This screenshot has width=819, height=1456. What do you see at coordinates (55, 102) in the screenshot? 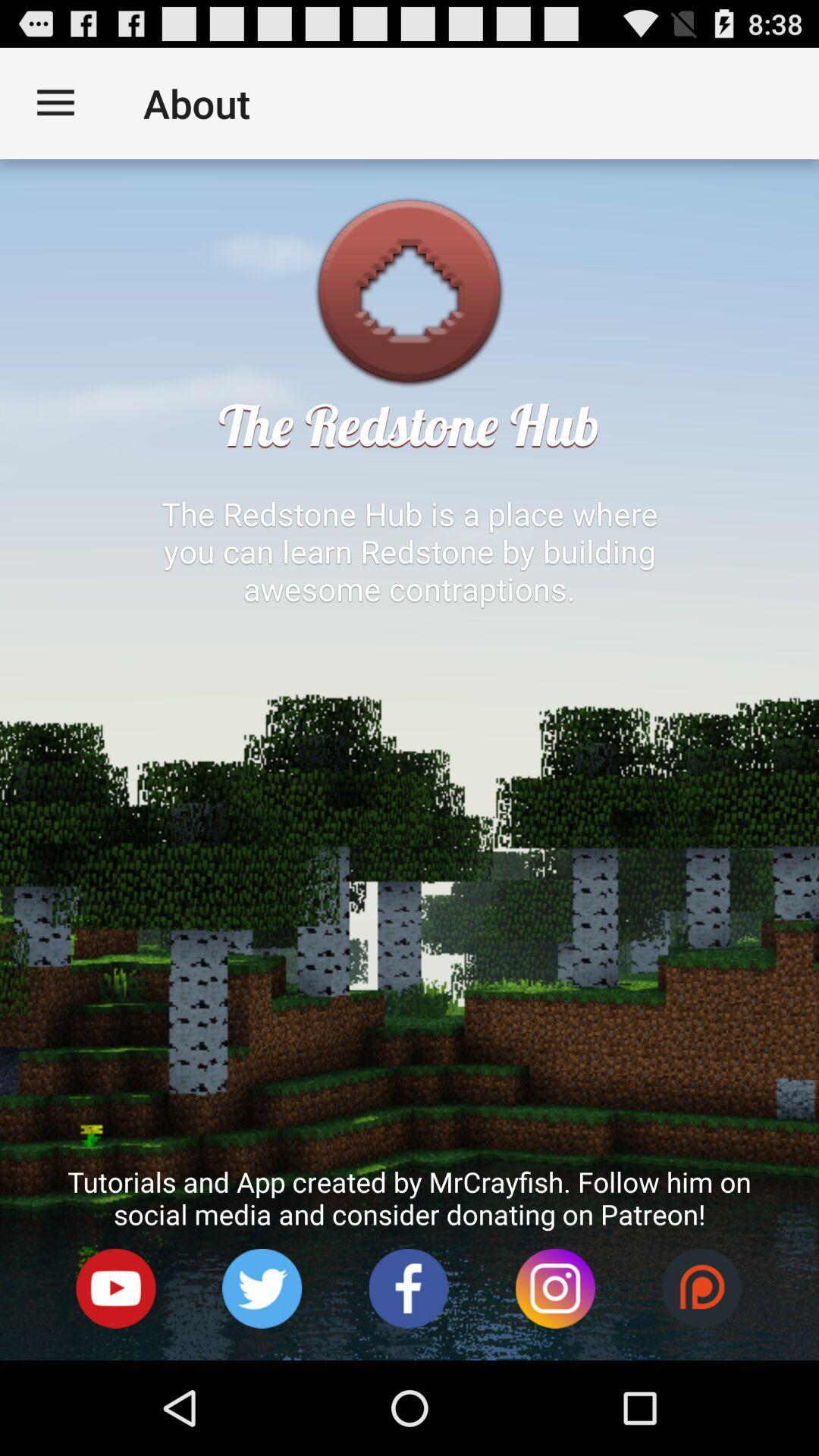
I see `item next to the about` at bounding box center [55, 102].